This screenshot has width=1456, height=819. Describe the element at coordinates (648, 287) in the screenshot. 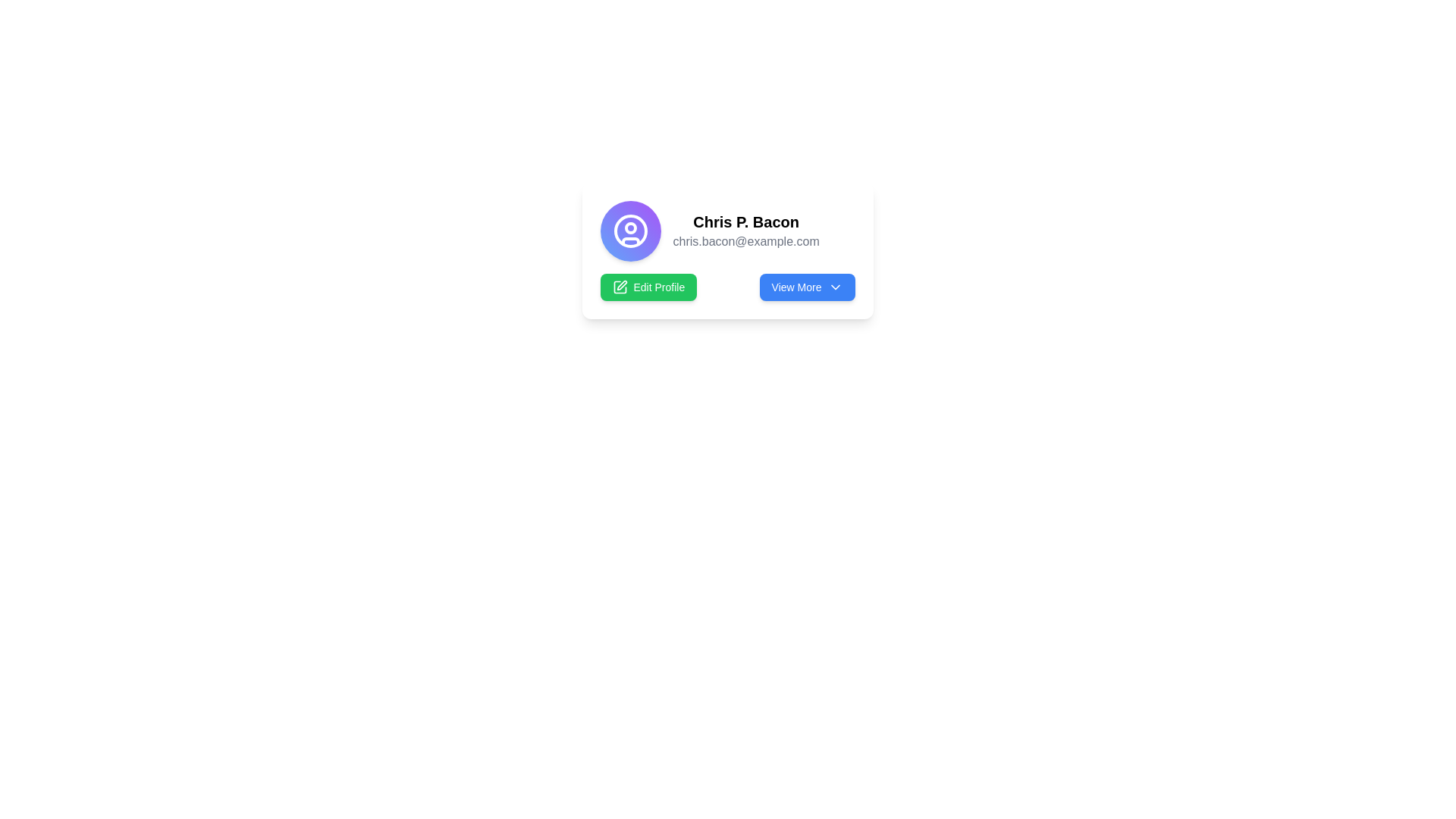

I see `the button that allows users to edit their profile details, located centrally below the user profile information and to the left of the 'View More' button` at that location.